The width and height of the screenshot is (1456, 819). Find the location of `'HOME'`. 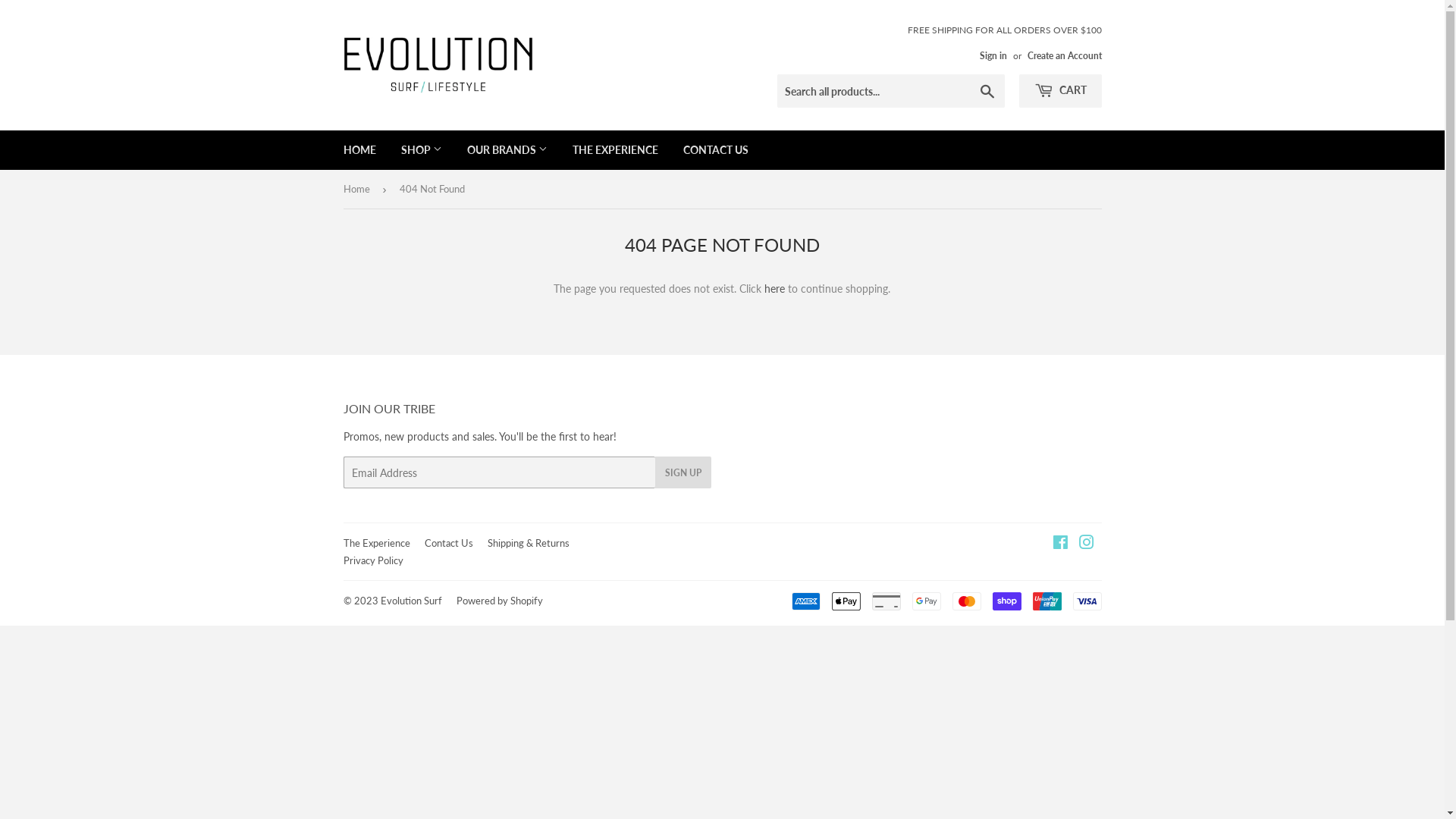

'HOME' is located at coordinates (331, 149).